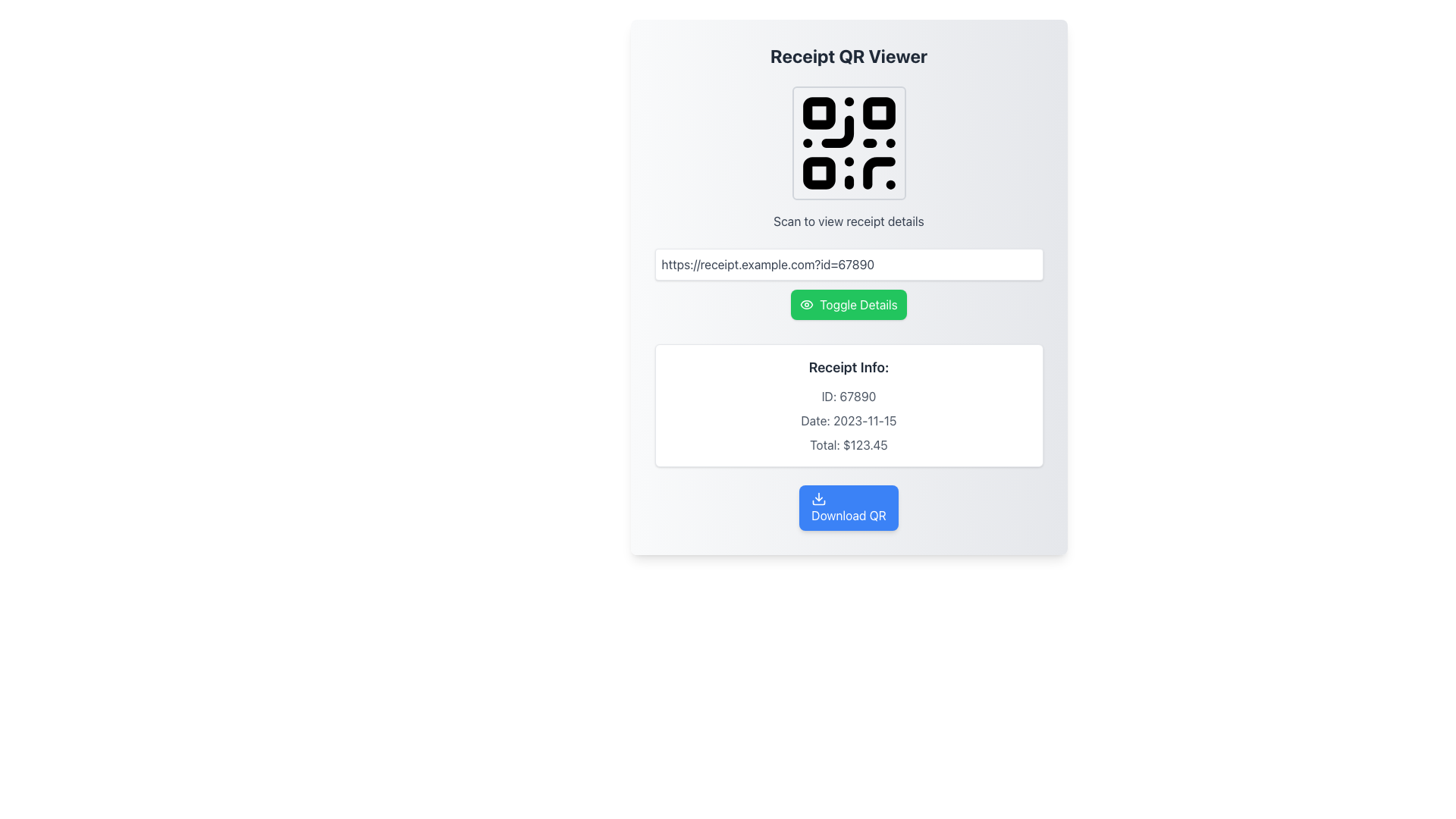 The image size is (1456, 819). I want to click on the static text display that shows 'Date: 2023-11-15', which is positioned between 'ID: 67890' and 'Total: $123.45' in the receipt details section, so click(848, 421).